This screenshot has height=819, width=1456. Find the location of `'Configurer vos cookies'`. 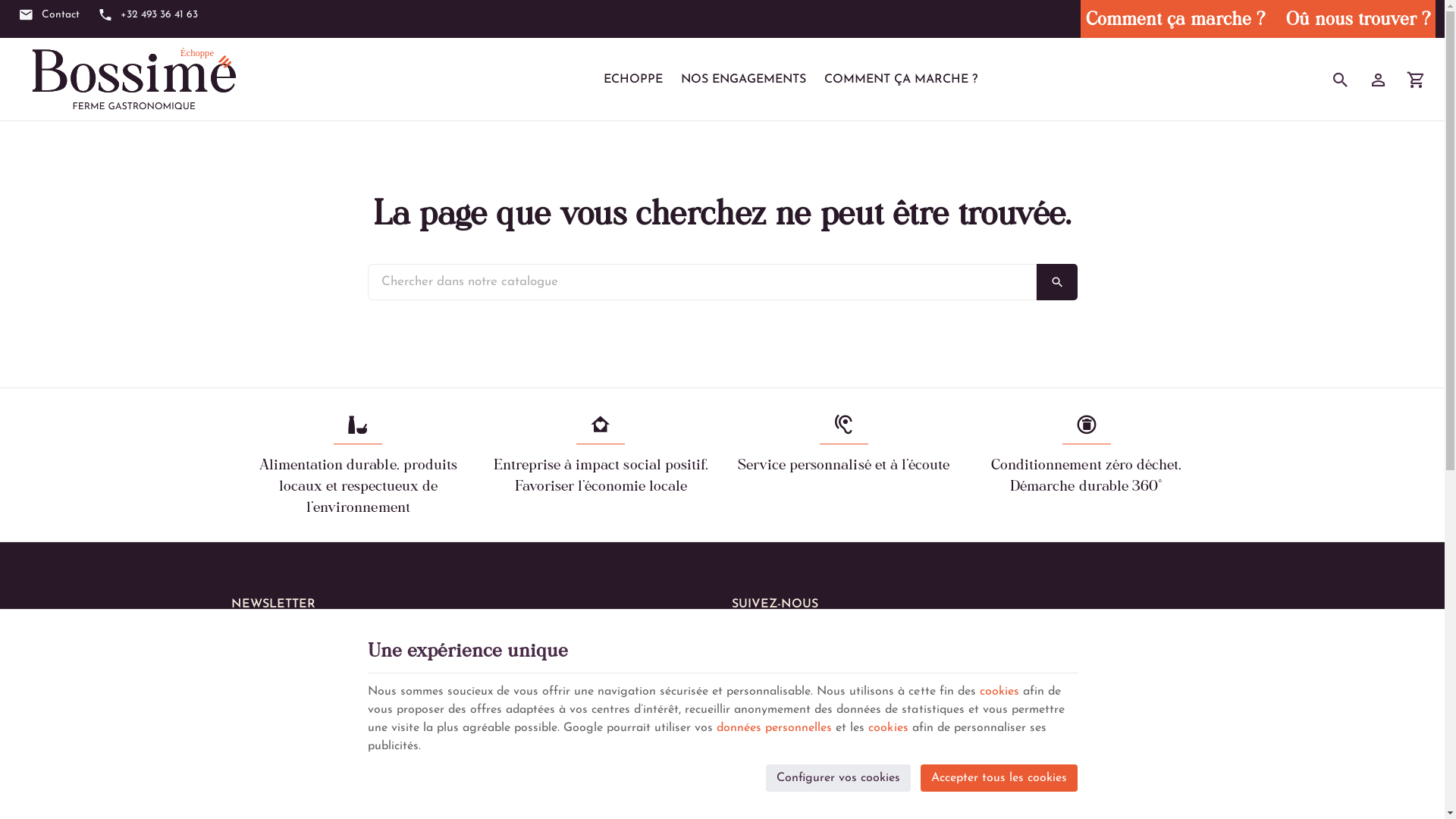

'Configurer vos cookies' is located at coordinates (765, 778).